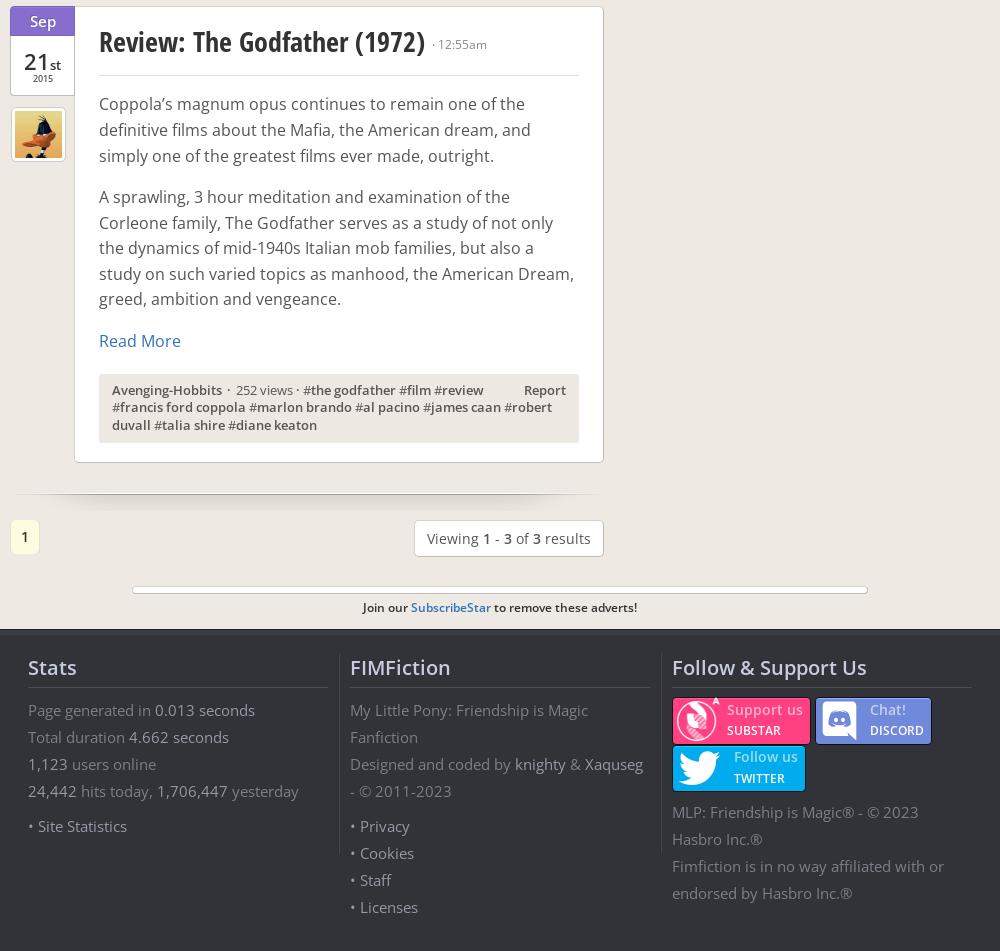 This screenshot has height=951, width=1000. I want to click on 'knighty', so click(540, 763).